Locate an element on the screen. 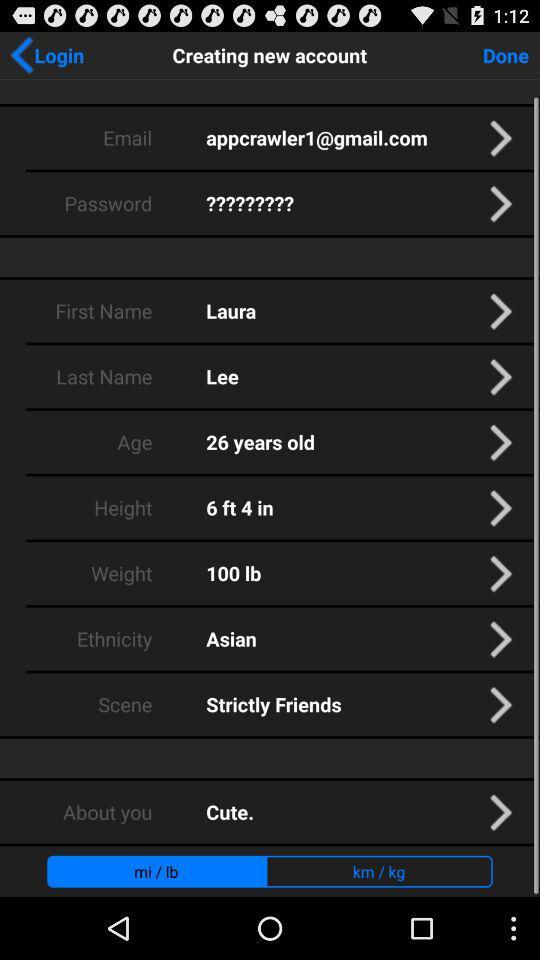 This screenshot has width=540, height=960. the app to the left of the creating new account app is located at coordinates (46, 54).